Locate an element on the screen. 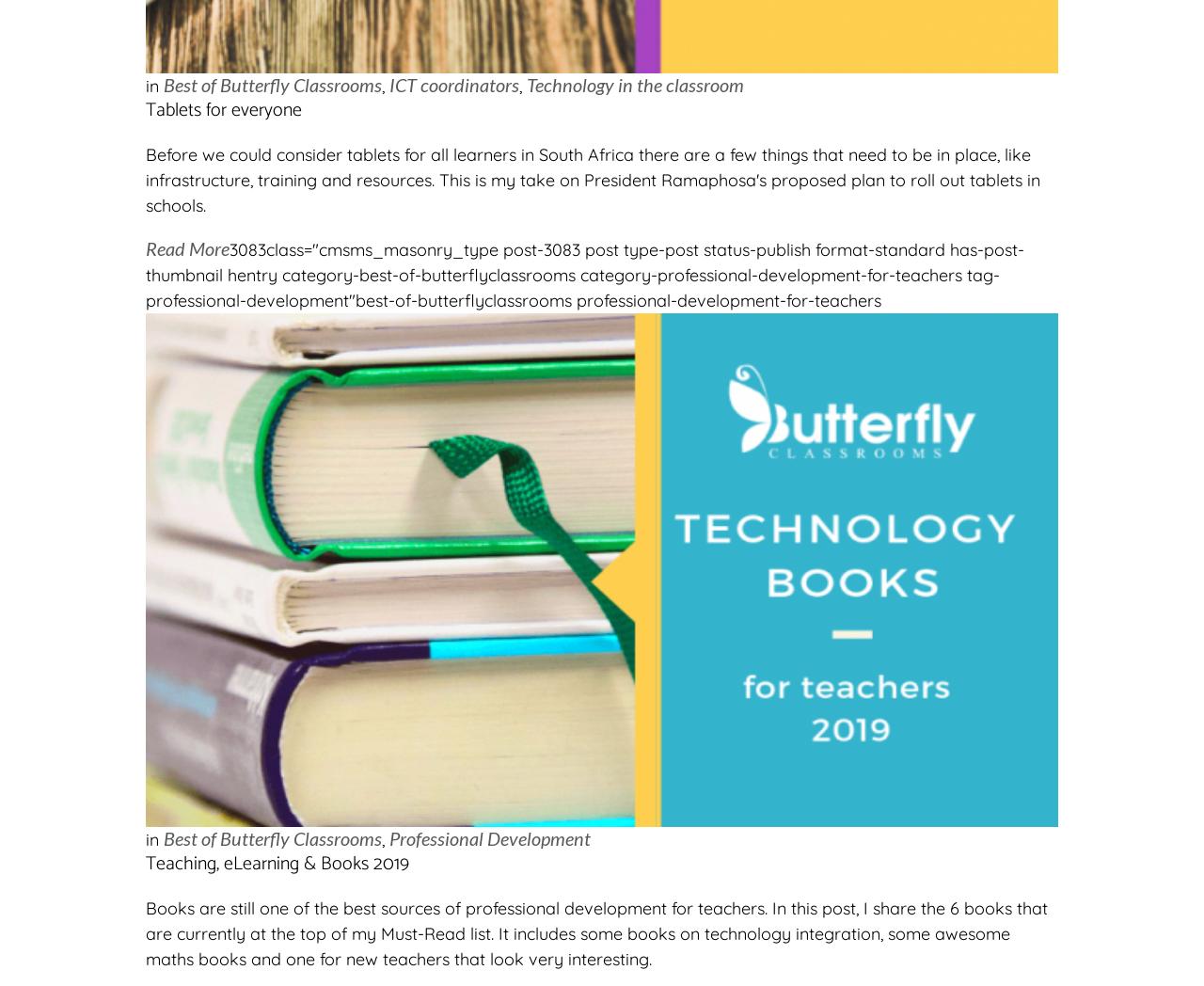 Image resolution: width=1204 pixels, height=986 pixels. 'Books are still one of the best sources of professional development for teachers. In this post, I share the 6 books that are currently at the top of my Must-Read list. It includes some books on technology integration, some awesome maths books and one for new teachers that look very interesting.' is located at coordinates (595, 931).